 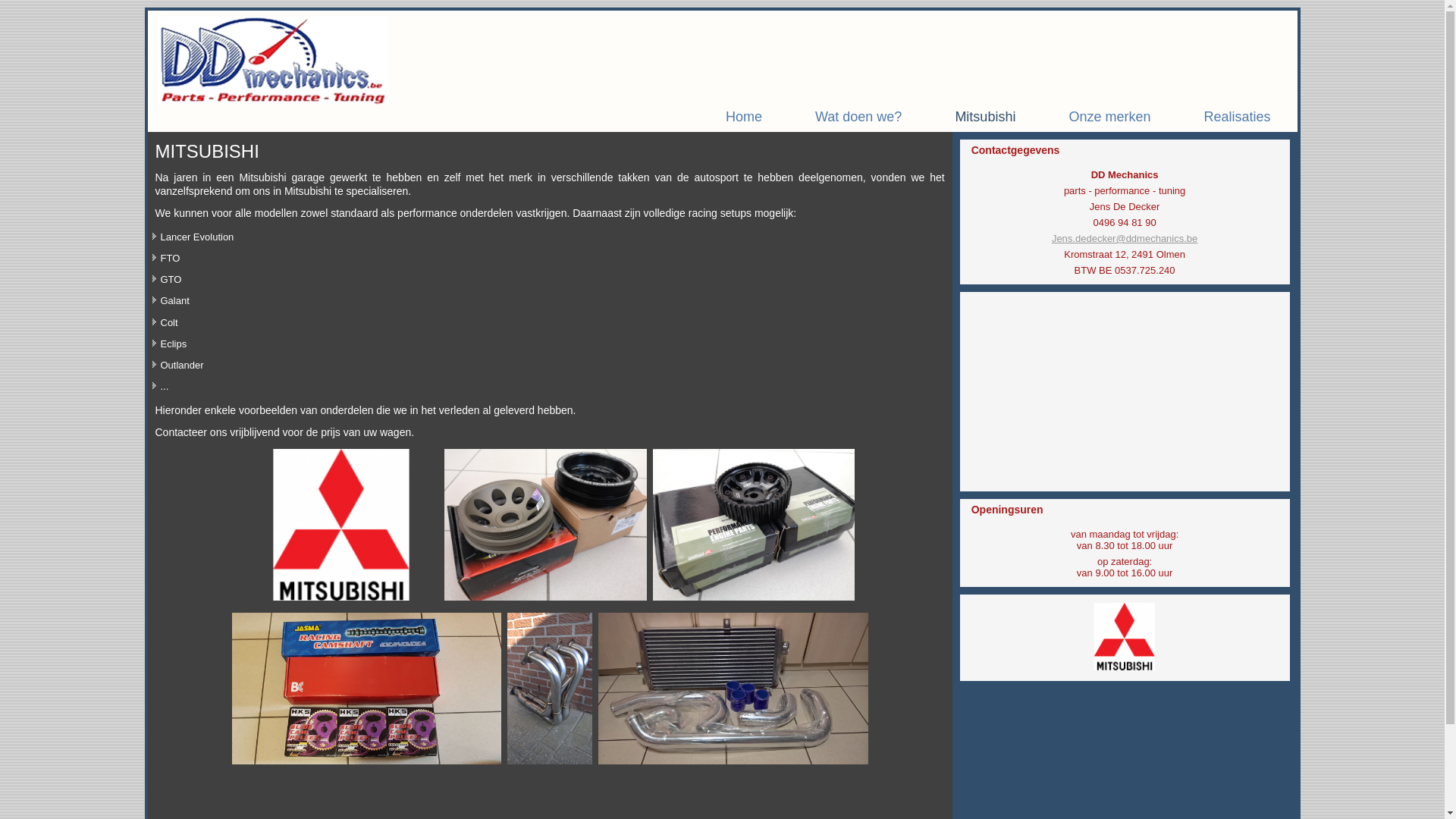 What do you see at coordinates (1125, 238) in the screenshot?
I see `'Jens.dedecker@ddmechanics.be'` at bounding box center [1125, 238].